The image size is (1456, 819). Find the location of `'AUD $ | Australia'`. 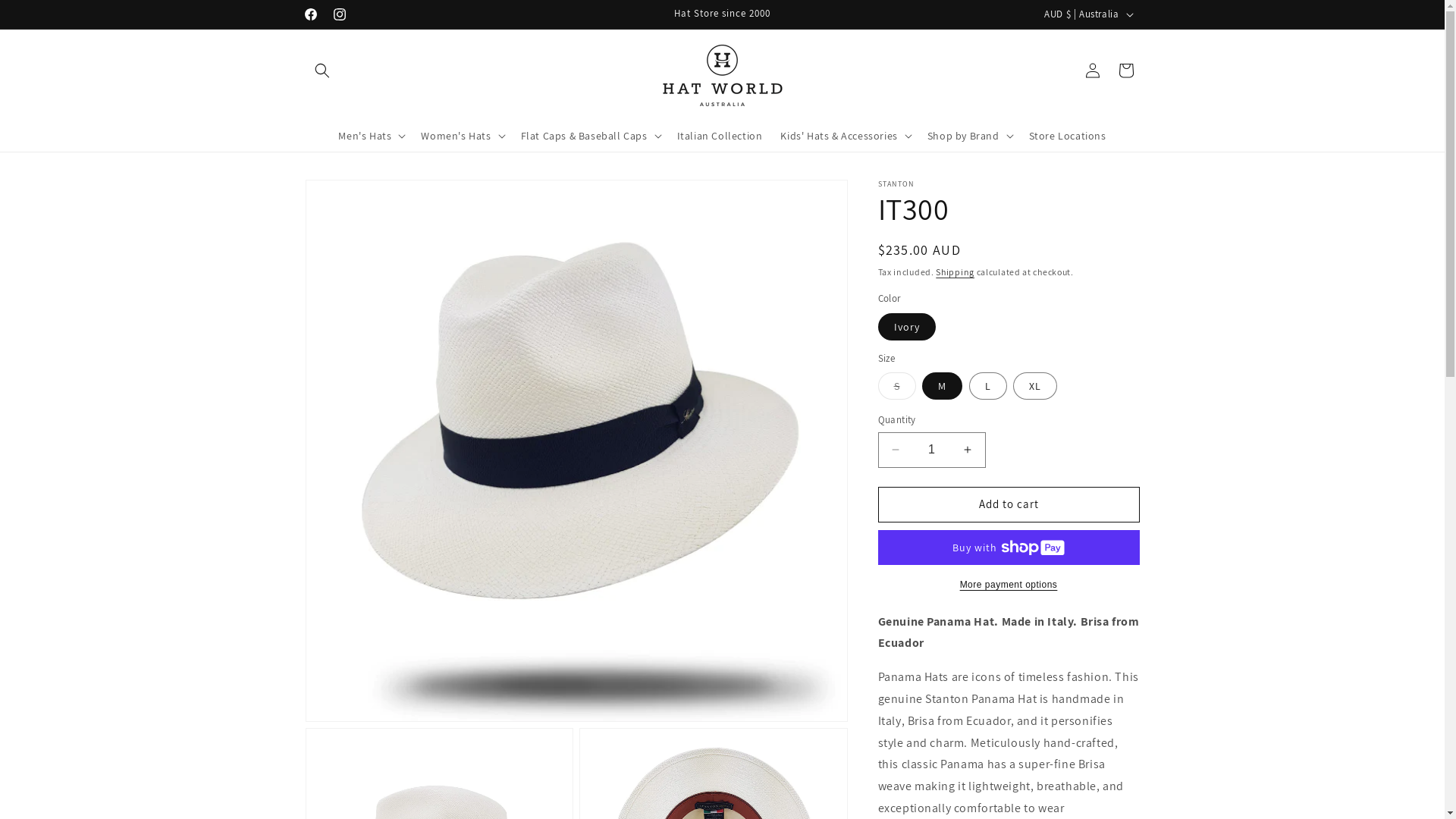

'AUD $ | Australia' is located at coordinates (1086, 14).